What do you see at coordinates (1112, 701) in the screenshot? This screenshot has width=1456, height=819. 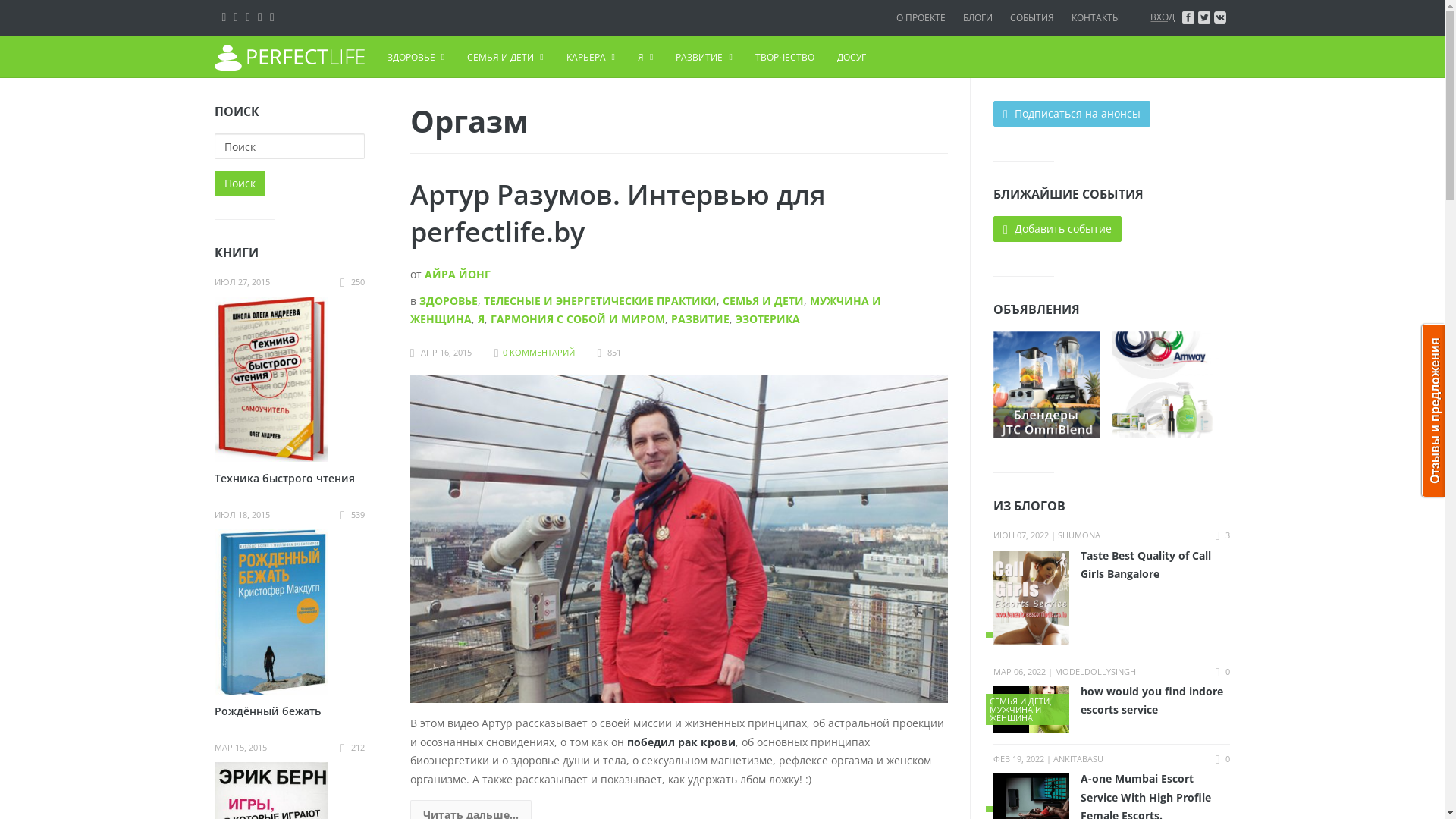 I see `'how would you find indore escorts service'` at bounding box center [1112, 701].